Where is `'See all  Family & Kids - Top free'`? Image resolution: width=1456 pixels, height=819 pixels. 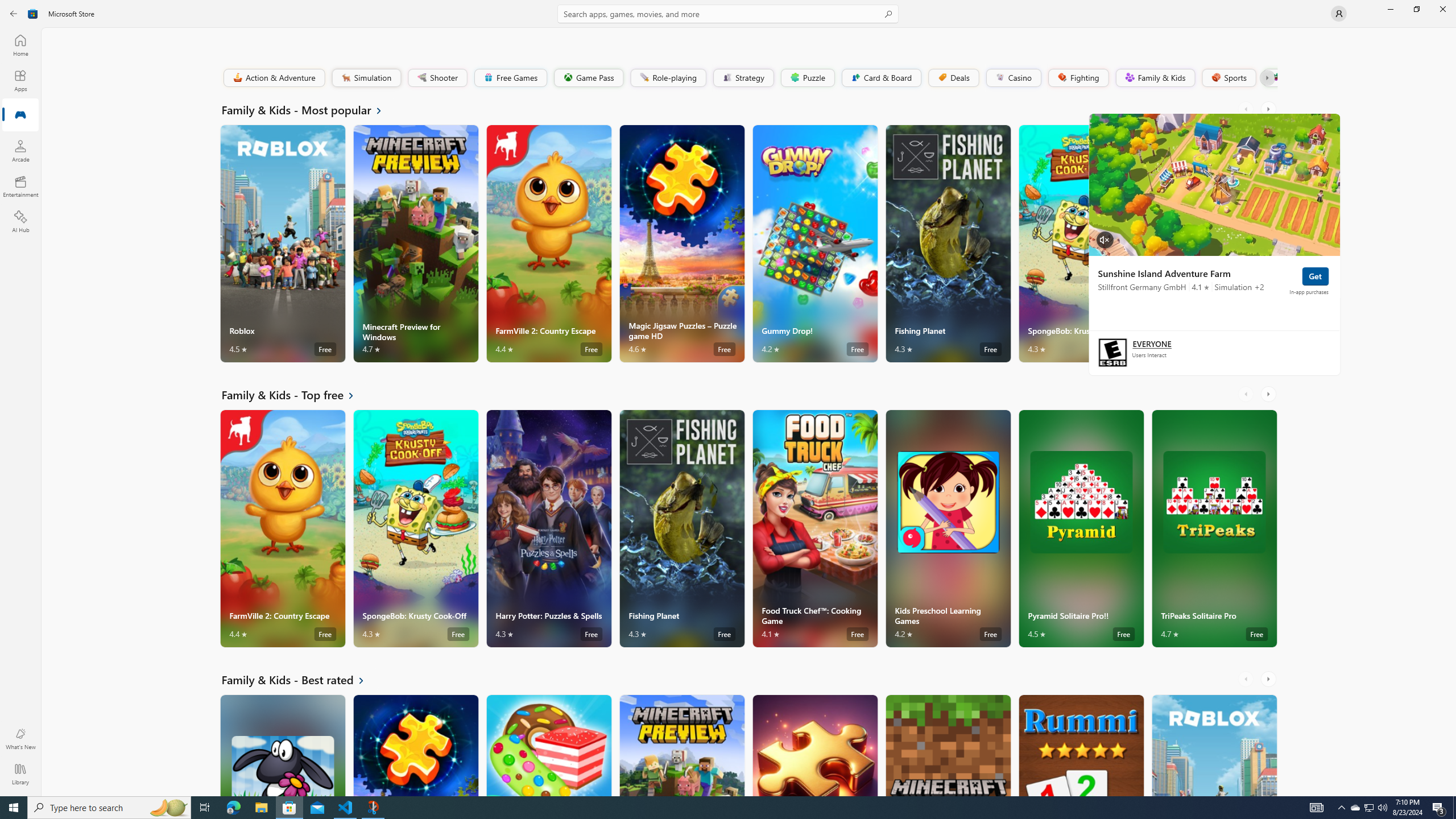 'See all  Family & Kids - Top free' is located at coordinates (294, 394).